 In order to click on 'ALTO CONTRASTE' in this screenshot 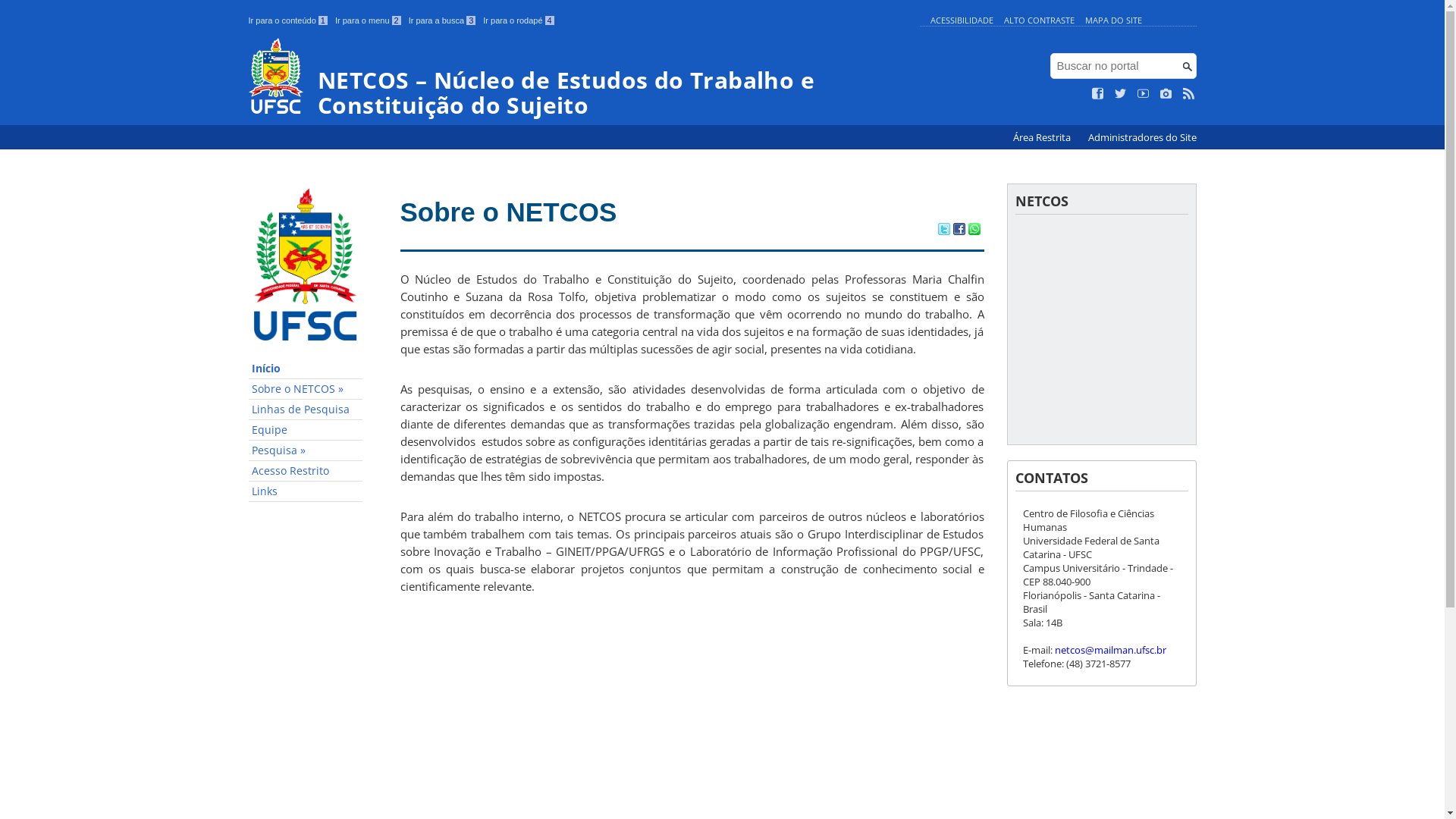, I will do `click(1038, 20)`.